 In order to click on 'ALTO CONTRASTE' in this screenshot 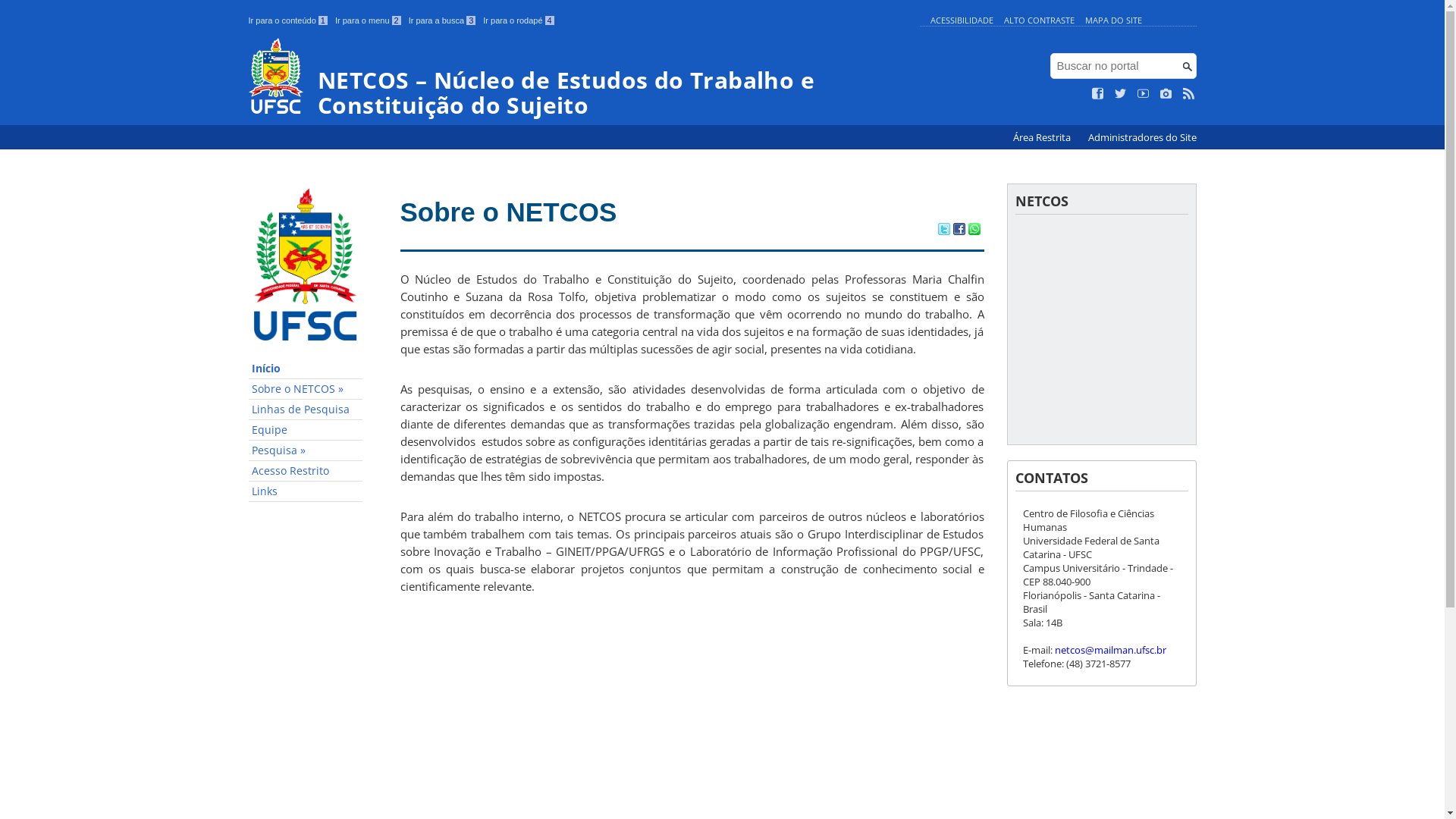, I will do `click(1038, 20)`.